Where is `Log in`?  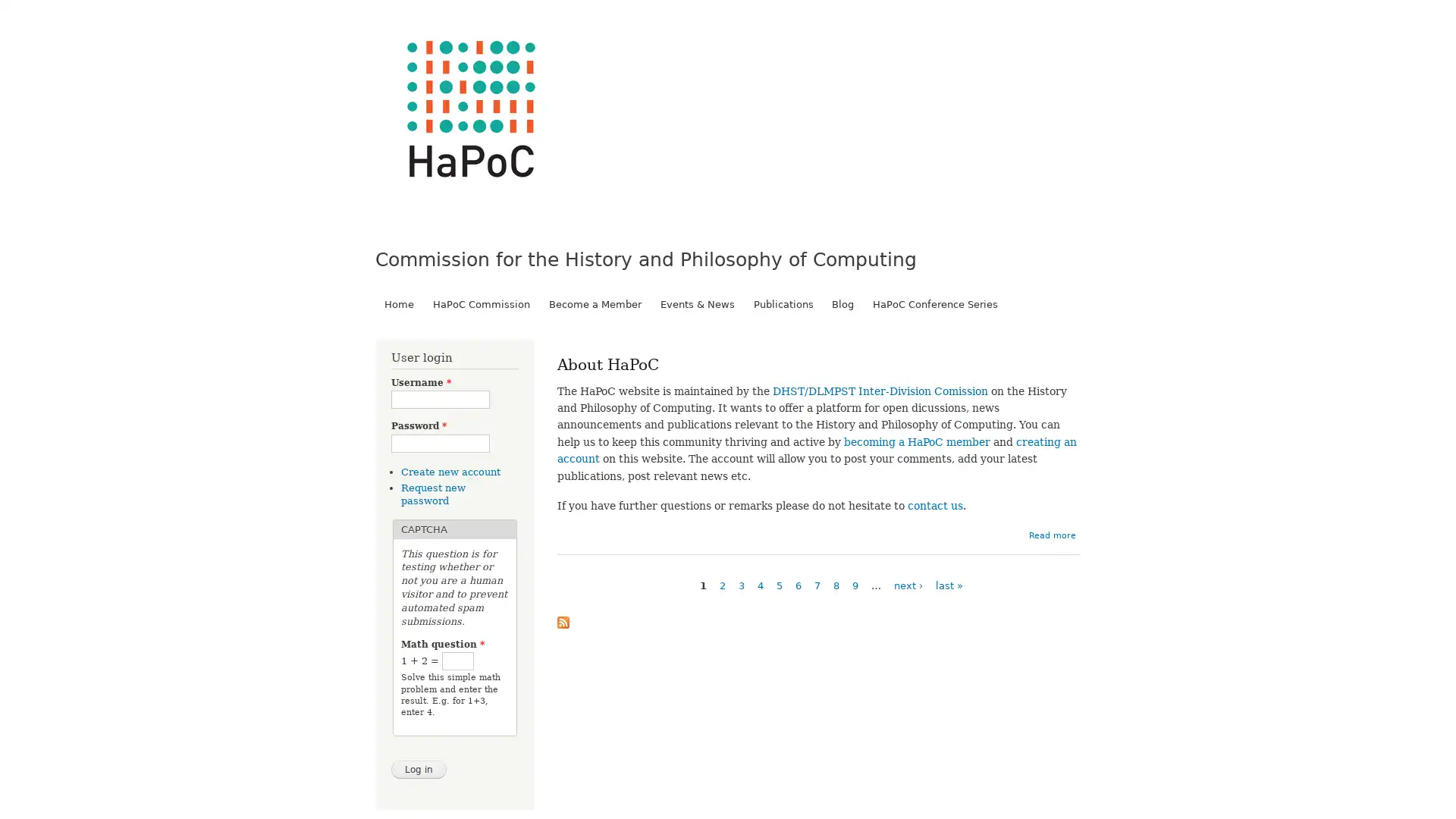
Log in is located at coordinates (419, 769).